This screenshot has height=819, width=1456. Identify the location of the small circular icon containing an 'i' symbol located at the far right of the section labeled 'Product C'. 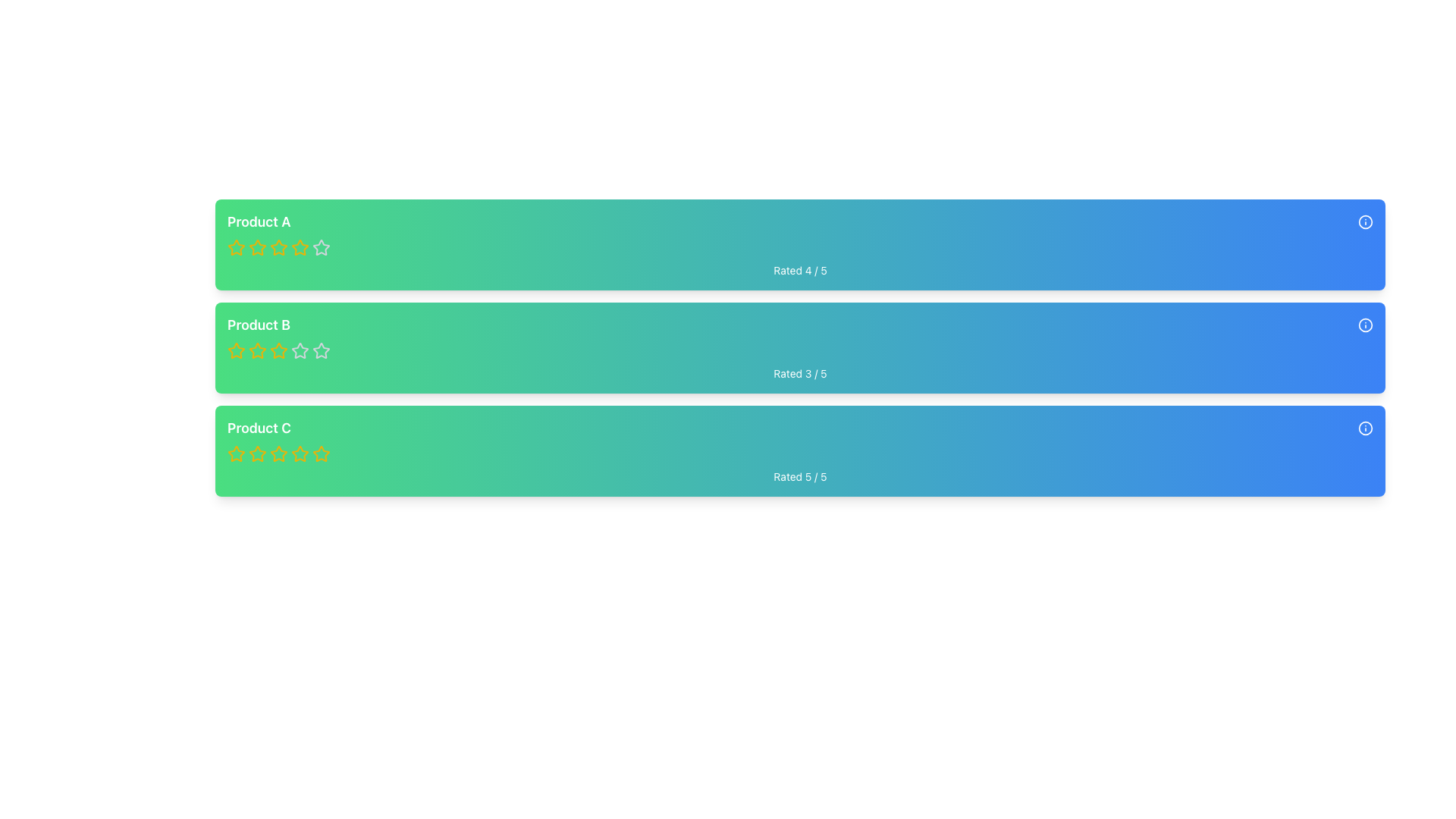
(1365, 428).